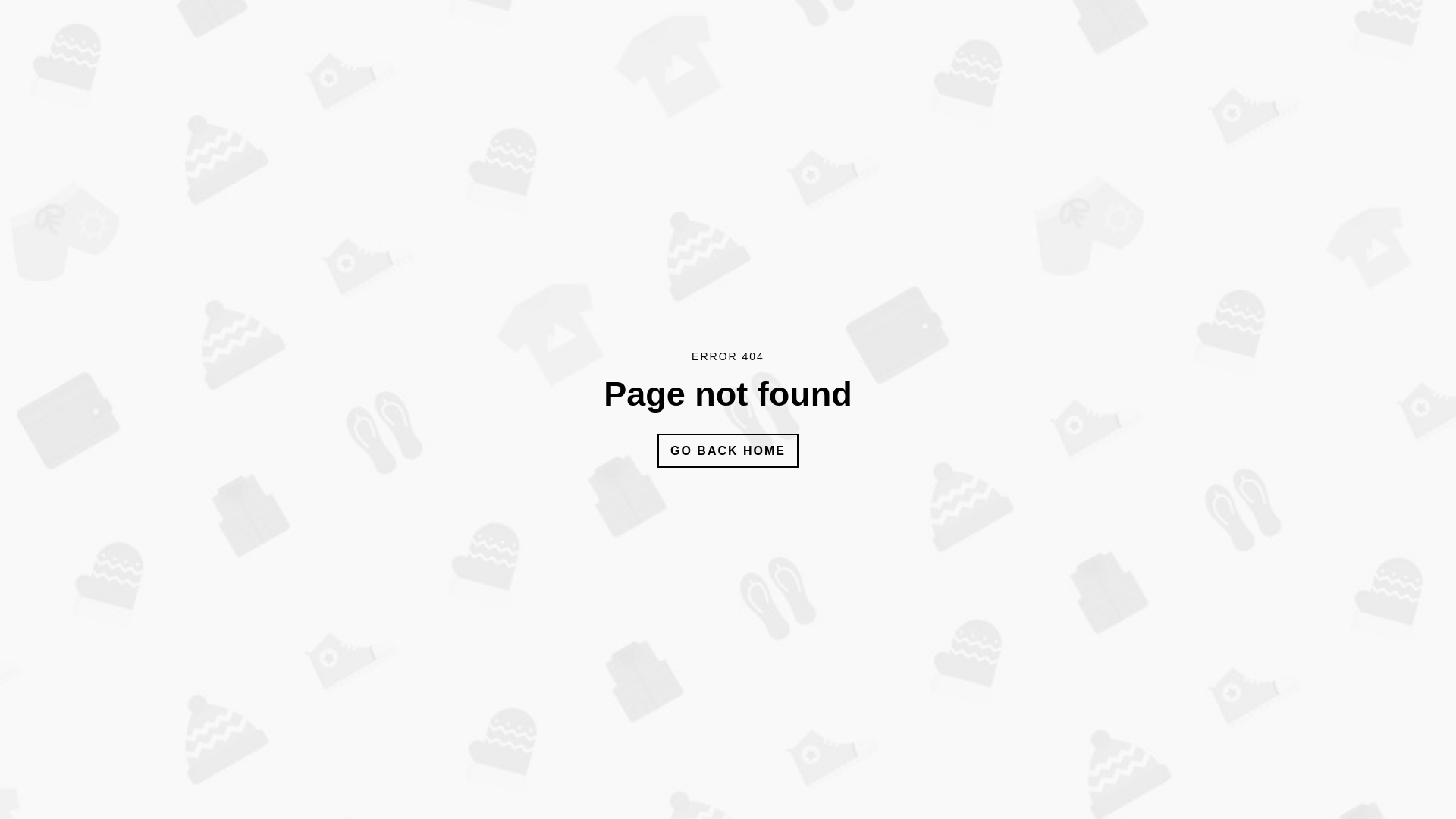  What do you see at coordinates (728, 450) in the screenshot?
I see `'GO BACK HOME'` at bounding box center [728, 450].